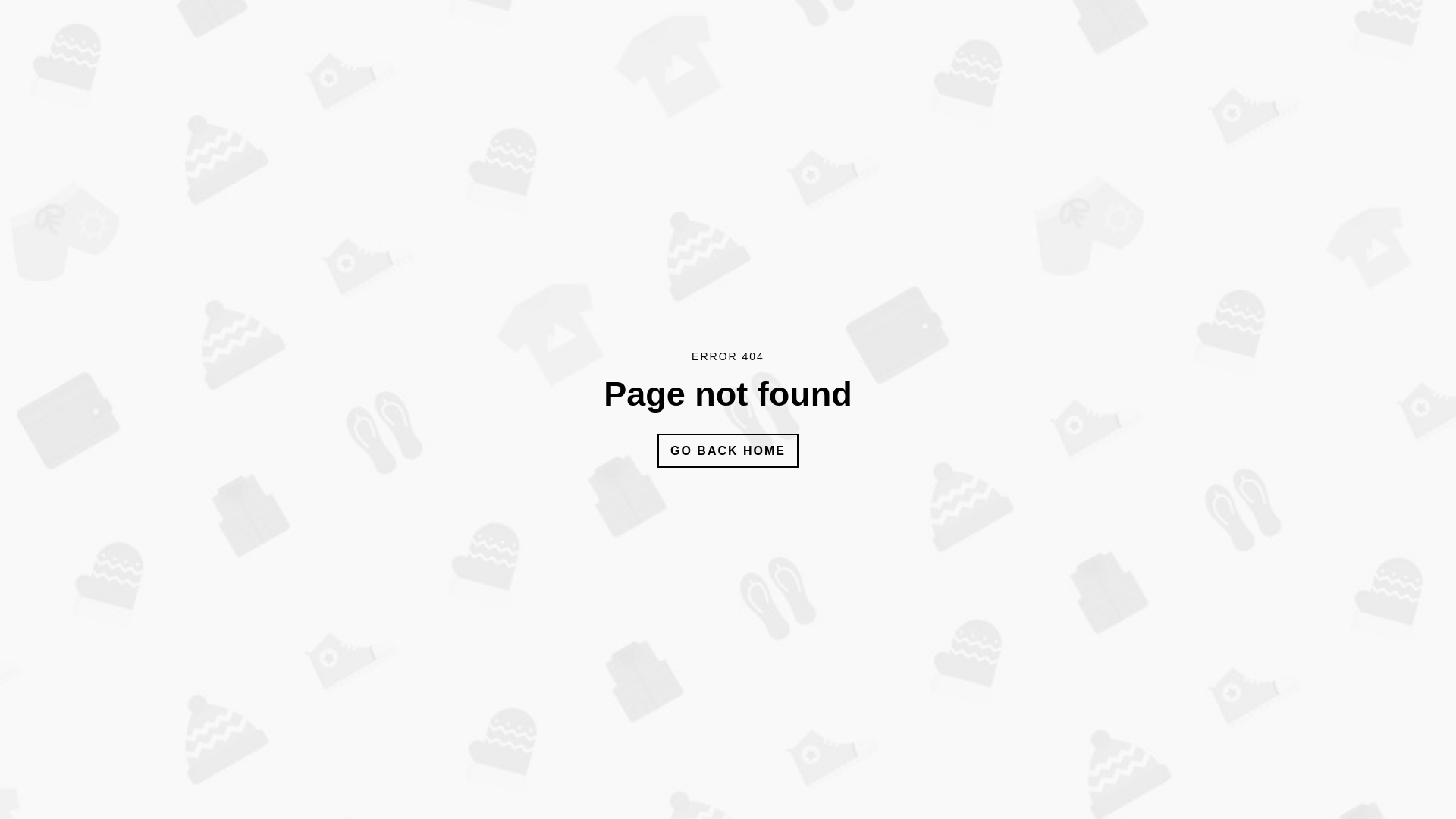  What do you see at coordinates (728, 450) in the screenshot?
I see `'GO BACK HOME'` at bounding box center [728, 450].